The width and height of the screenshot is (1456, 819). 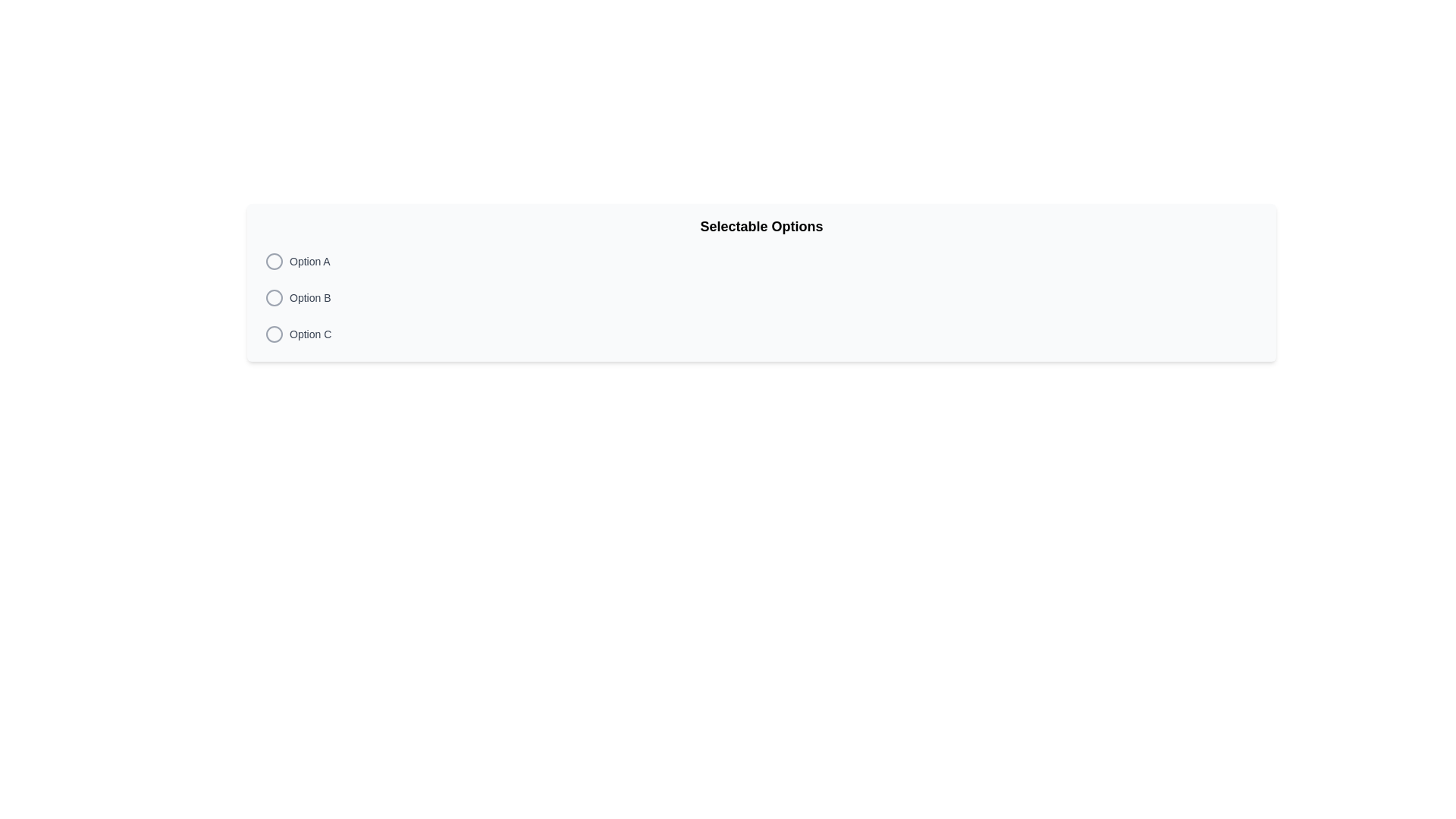 I want to click on the Text Label that describes 'Option A', which is the first selectable option in the list and is positioned to the right of the circular icon, so click(x=309, y=260).